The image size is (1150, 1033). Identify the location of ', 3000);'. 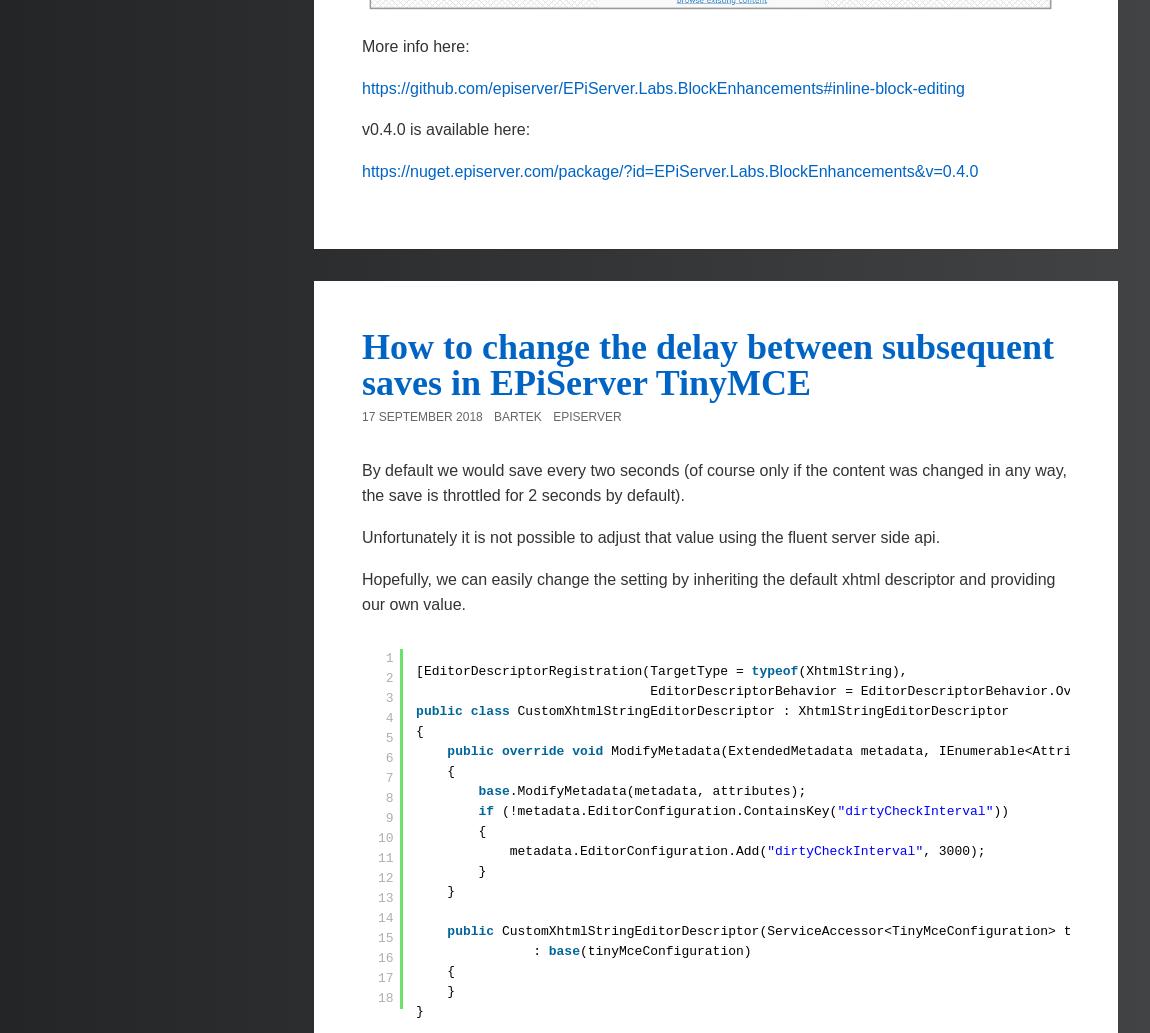
(954, 850).